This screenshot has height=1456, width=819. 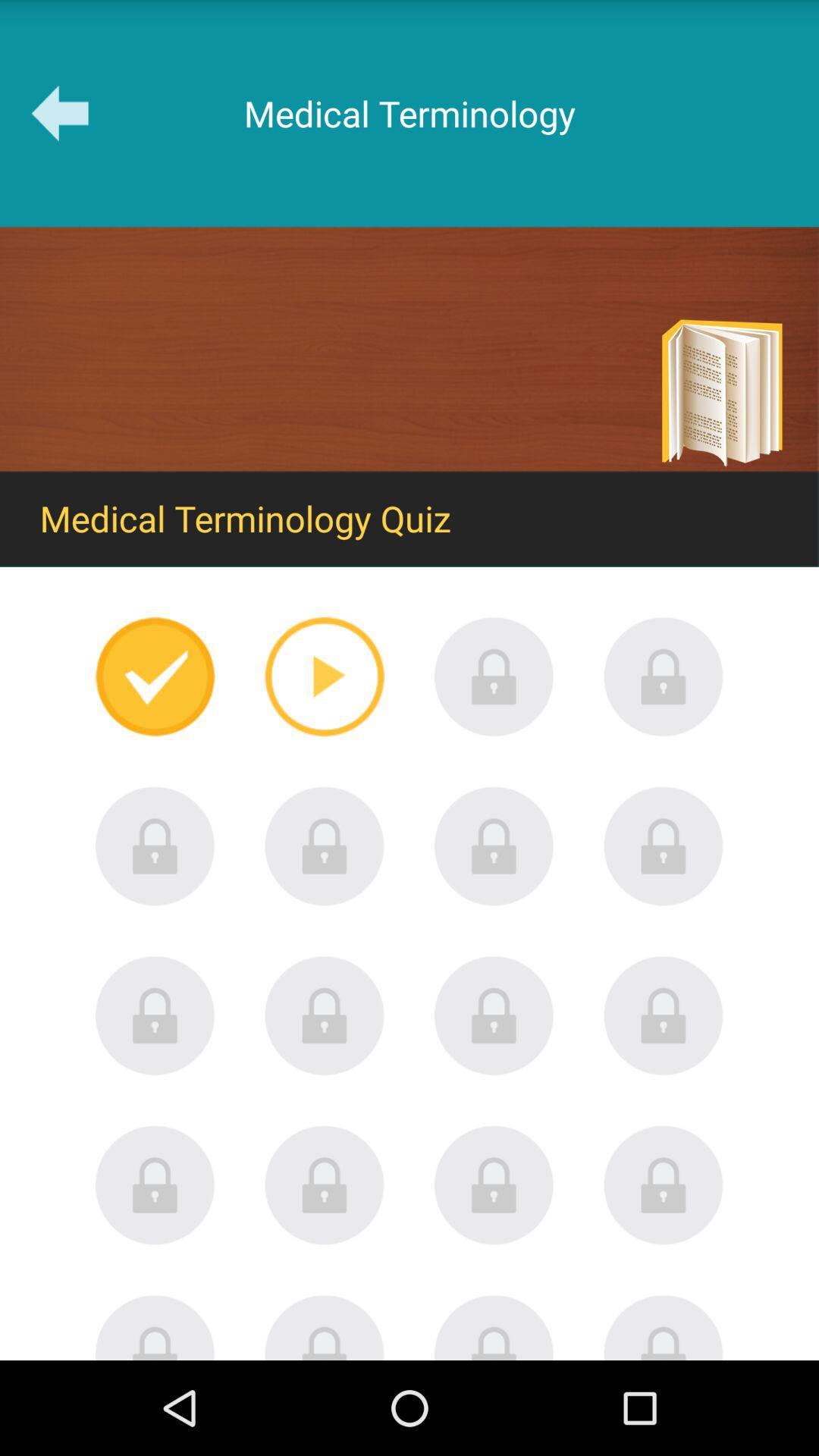 What do you see at coordinates (494, 1268) in the screenshot?
I see `the lock icon` at bounding box center [494, 1268].